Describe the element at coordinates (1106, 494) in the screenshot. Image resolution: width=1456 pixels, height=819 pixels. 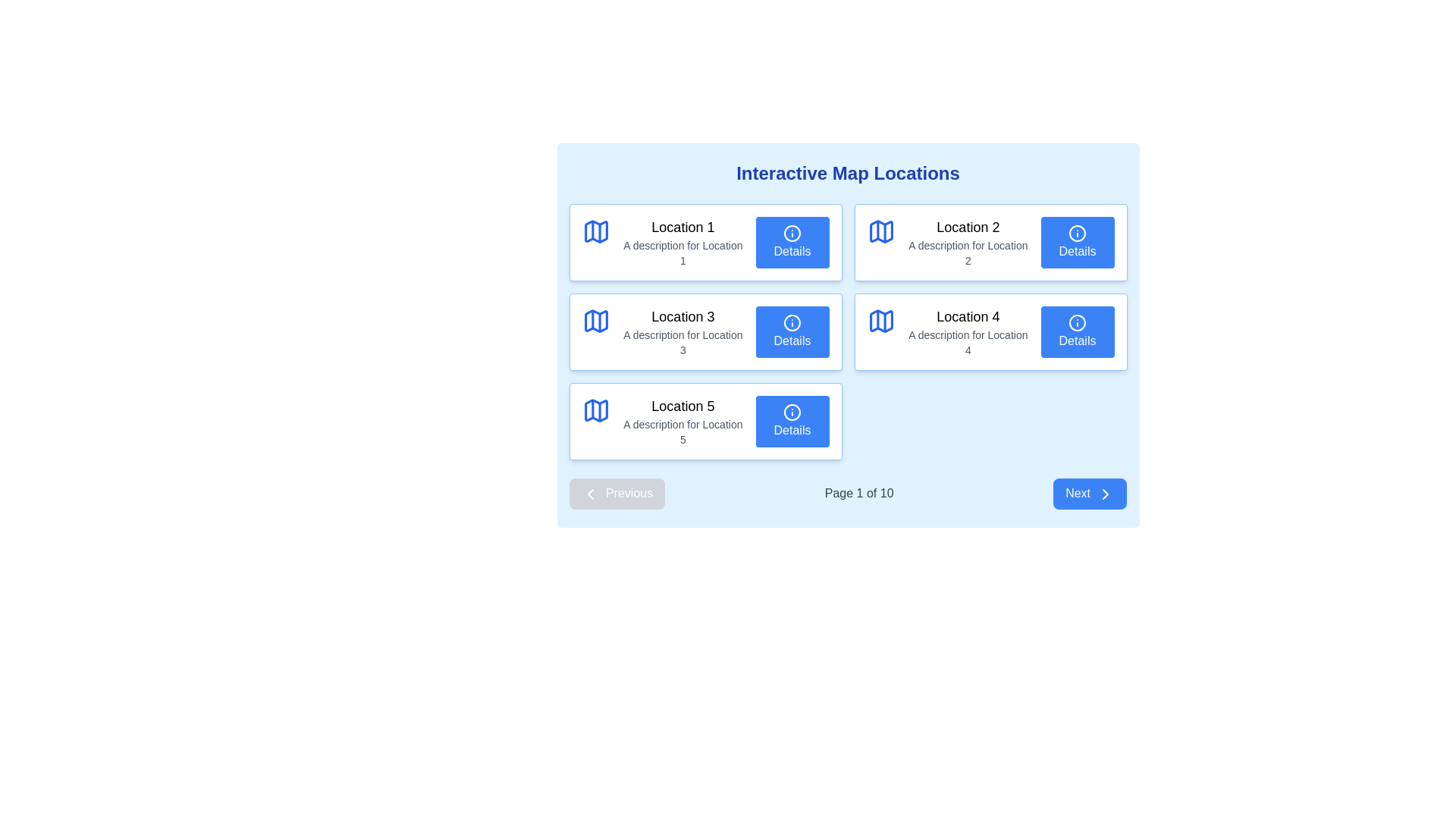
I see `the forward navigation icon located at the center of the 'Next' button, positioned near the bottom-right corner of the interface` at that location.